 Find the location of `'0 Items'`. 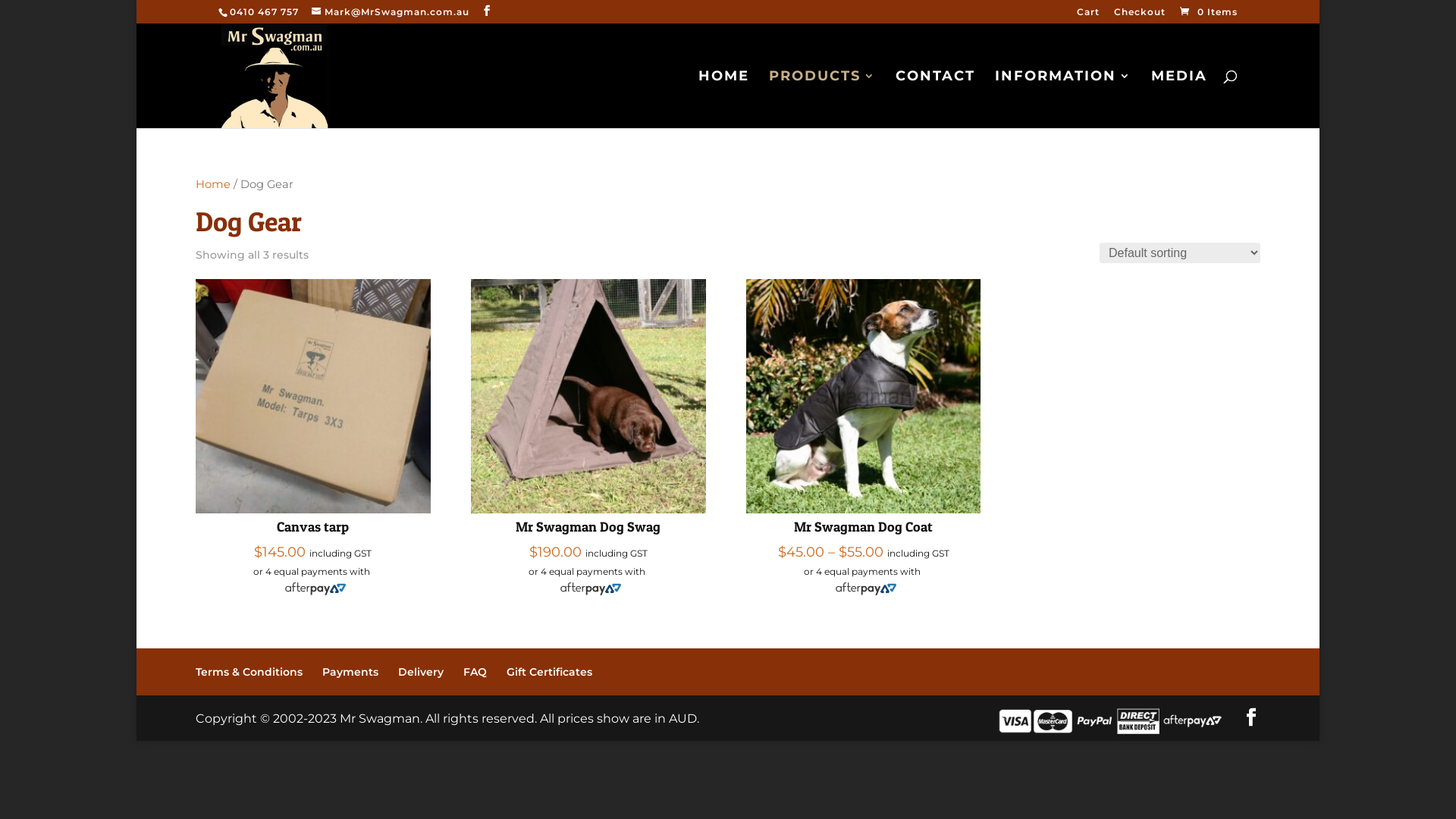

'0 Items' is located at coordinates (1207, 11).